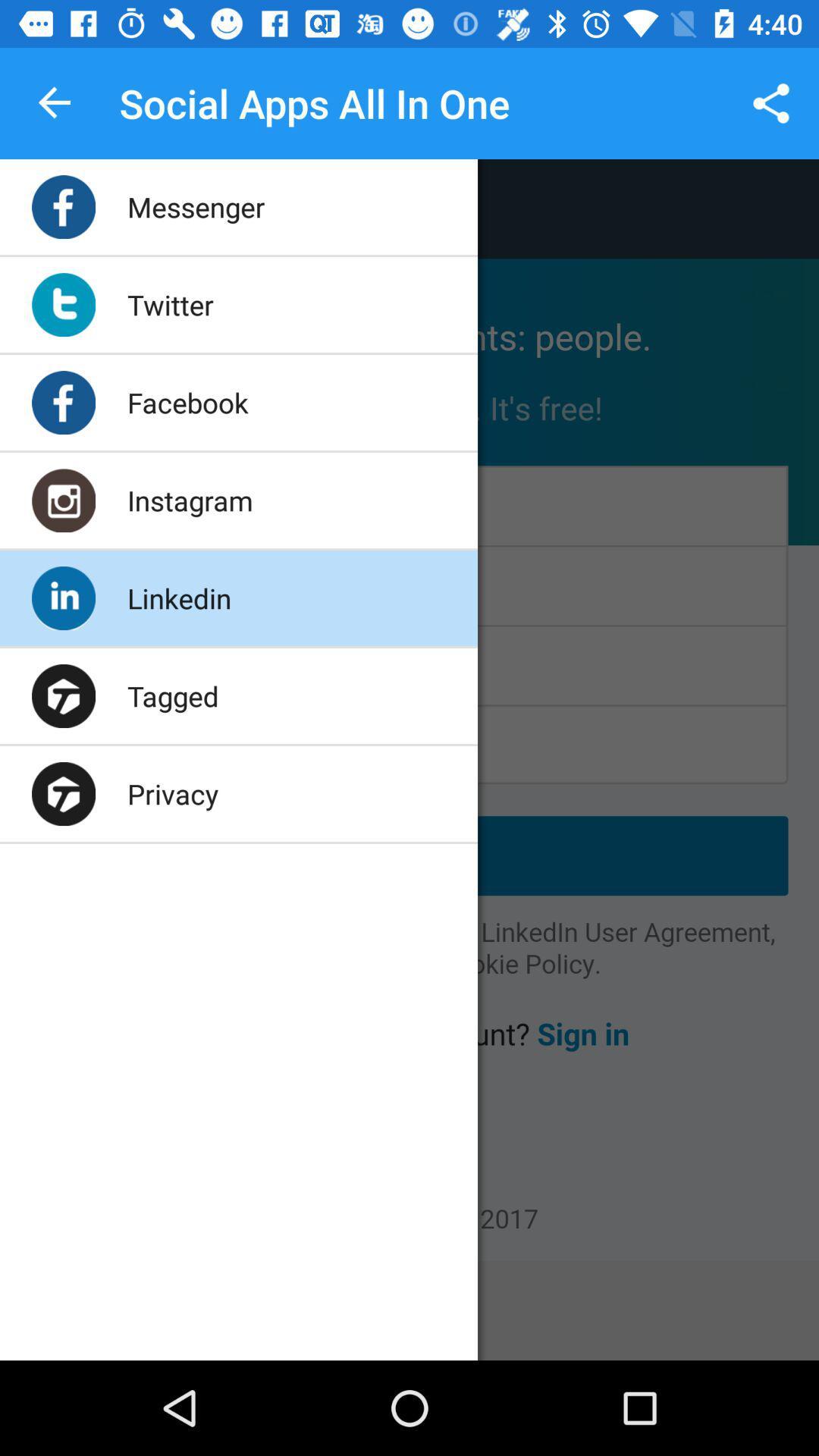 This screenshot has height=1456, width=819. What do you see at coordinates (178, 597) in the screenshot?
I see `item below instagram` at bounding box center [178, 597].